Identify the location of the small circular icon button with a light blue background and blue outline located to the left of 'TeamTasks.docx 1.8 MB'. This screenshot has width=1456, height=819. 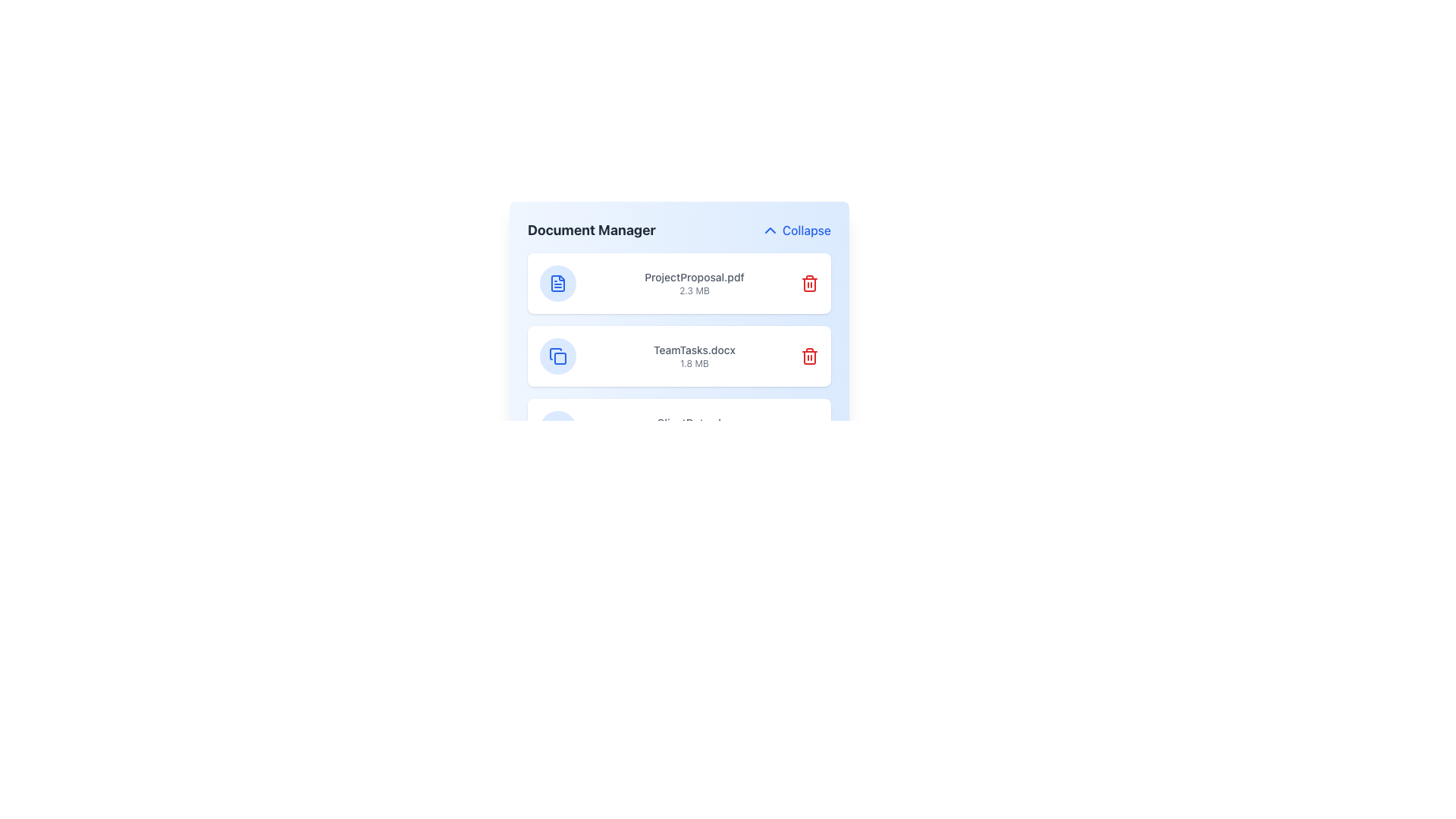
(557, 356).